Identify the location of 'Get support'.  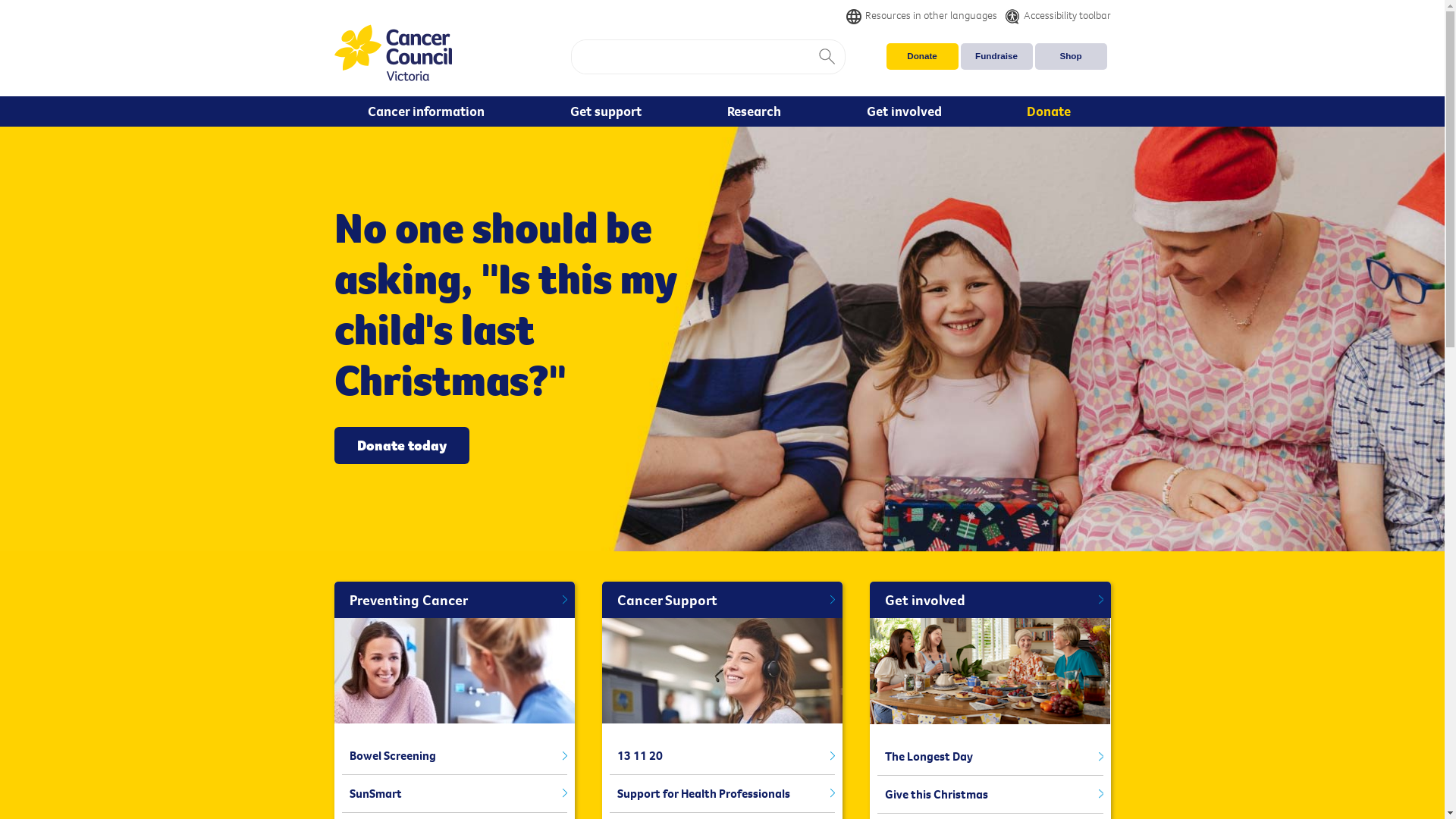
(608, 110).